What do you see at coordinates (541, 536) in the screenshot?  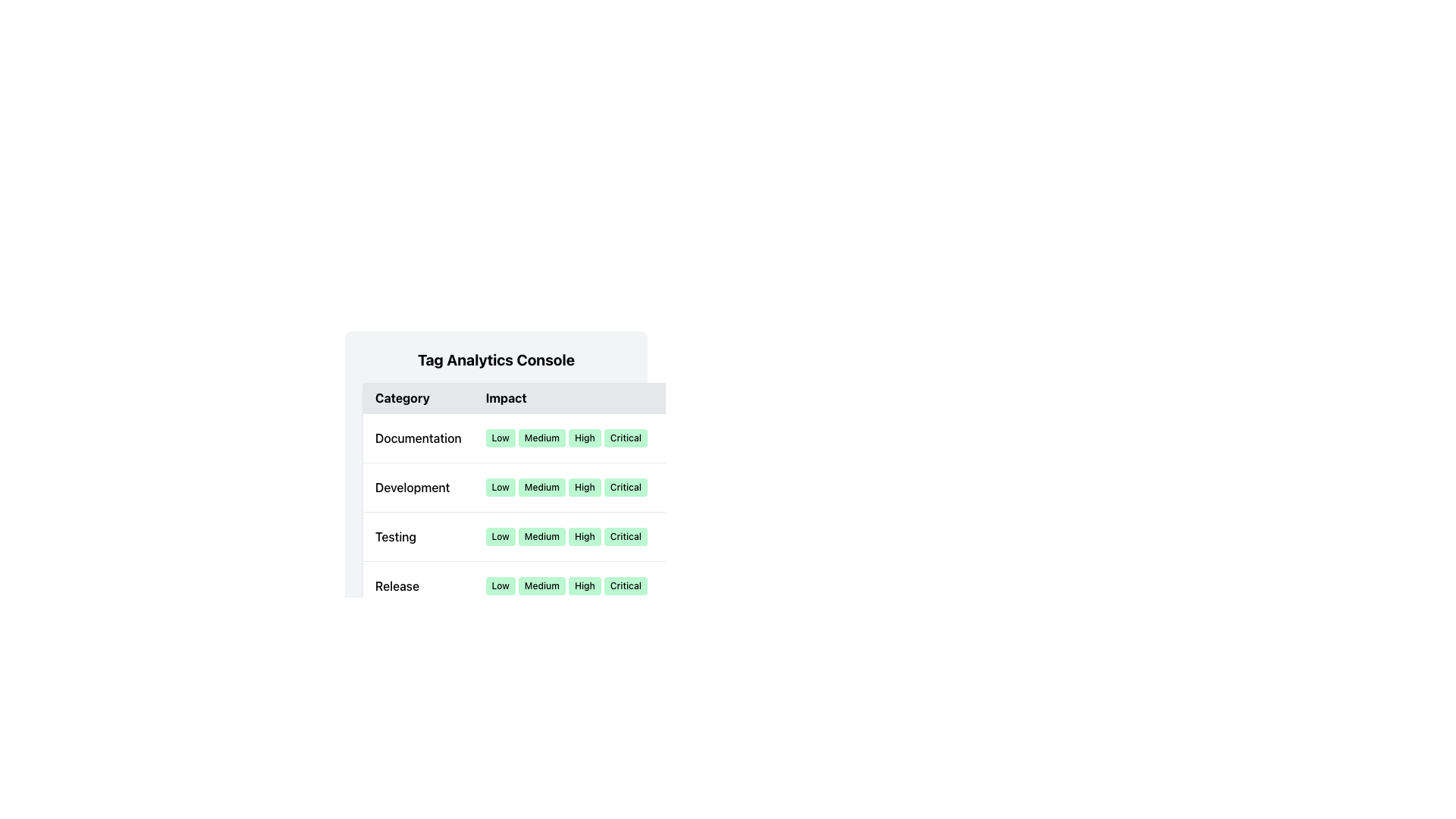 I see `the green rectangular badge labeled 'Medium' with rounded edges located under the 'Testing' category in the 'Impact' column` at bounding box center [541, 536].